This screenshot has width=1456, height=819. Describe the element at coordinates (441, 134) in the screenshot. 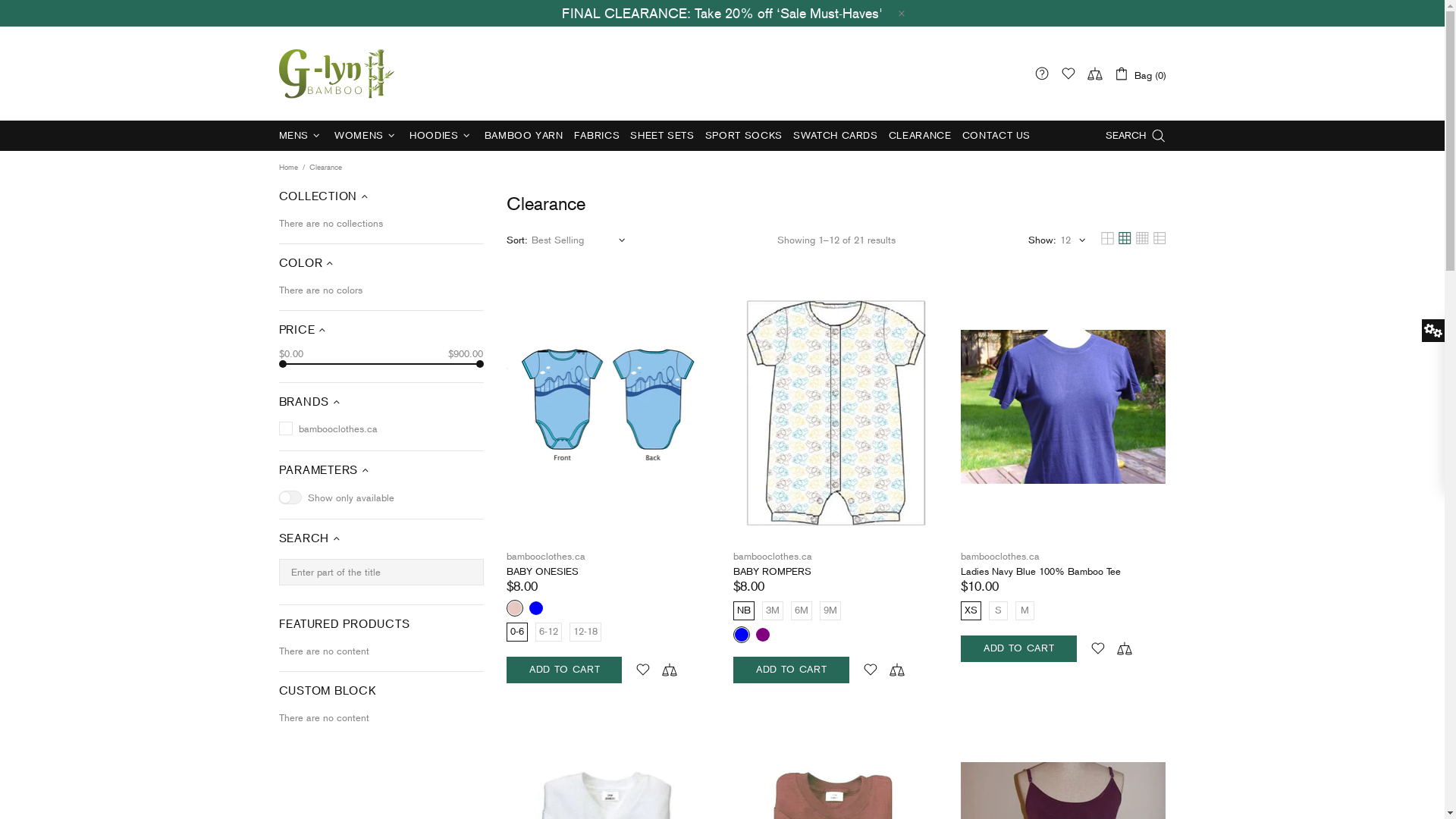

I see `'HOODIES'` at that location.